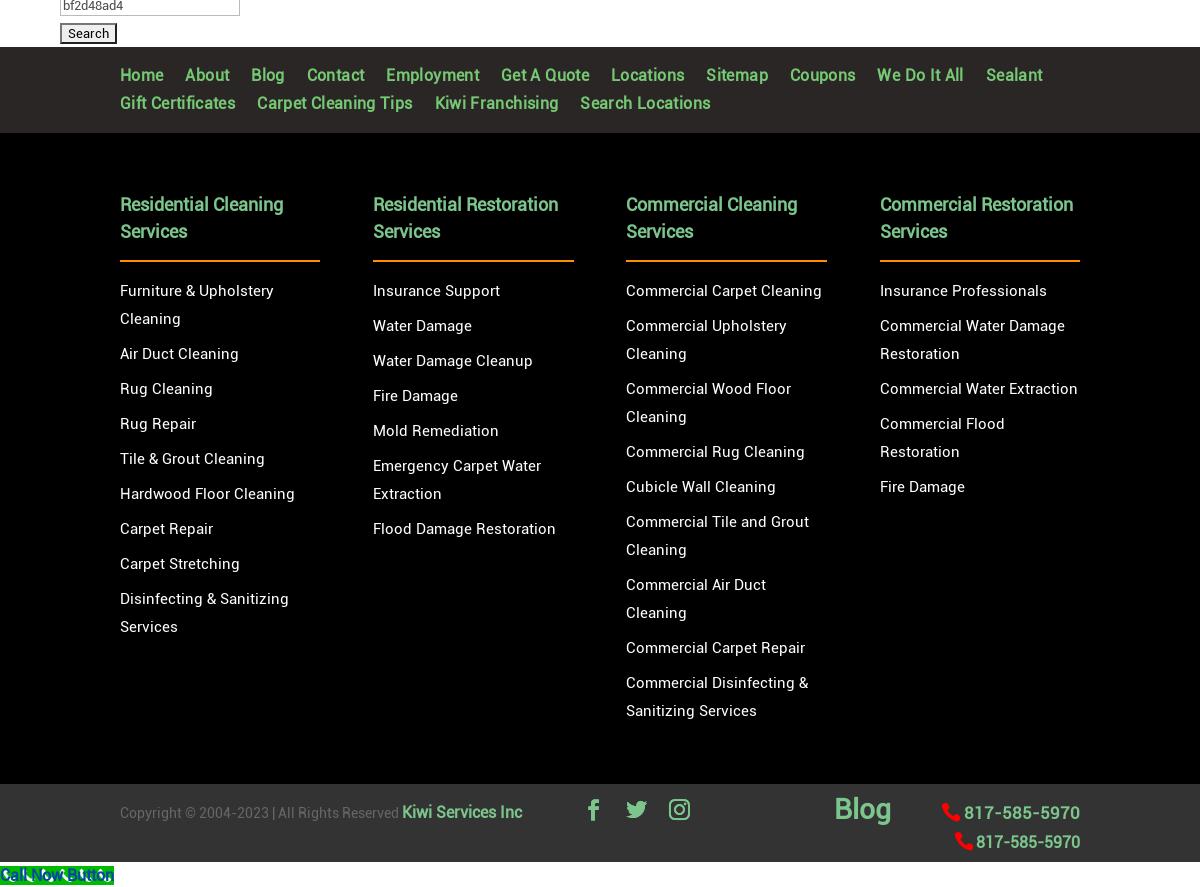 This screenshot has height=887, width=1200. What do you see at coordinates (623, 103) in the screenshot?
I see `'Search Locations'` at bounding box center [623, 103].